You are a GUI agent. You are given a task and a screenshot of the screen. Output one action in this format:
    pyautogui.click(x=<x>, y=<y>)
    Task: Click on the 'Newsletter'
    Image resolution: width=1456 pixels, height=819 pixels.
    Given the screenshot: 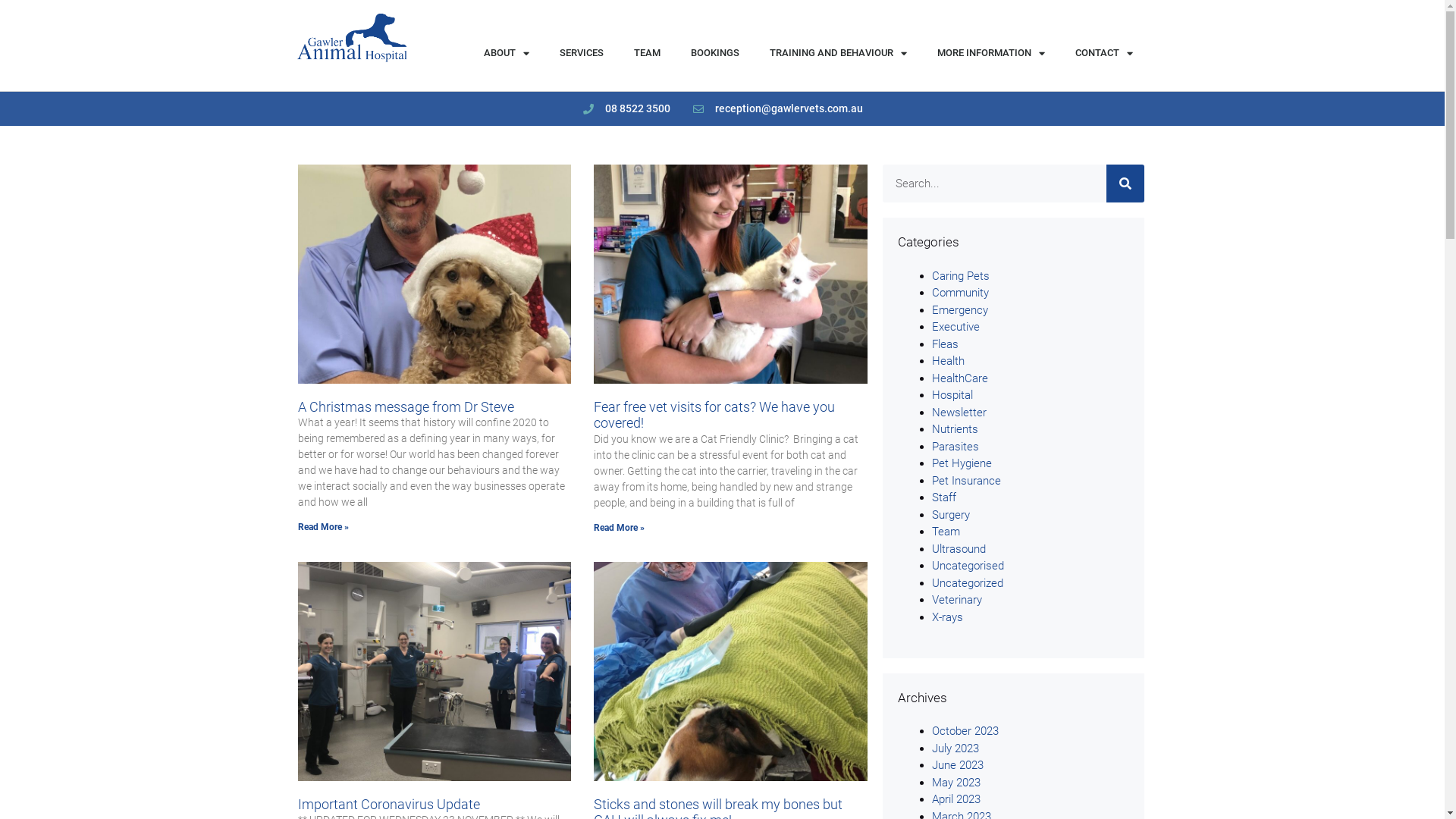 What is the action you would take?
    pyautogui.click(x=959, y=412)
    